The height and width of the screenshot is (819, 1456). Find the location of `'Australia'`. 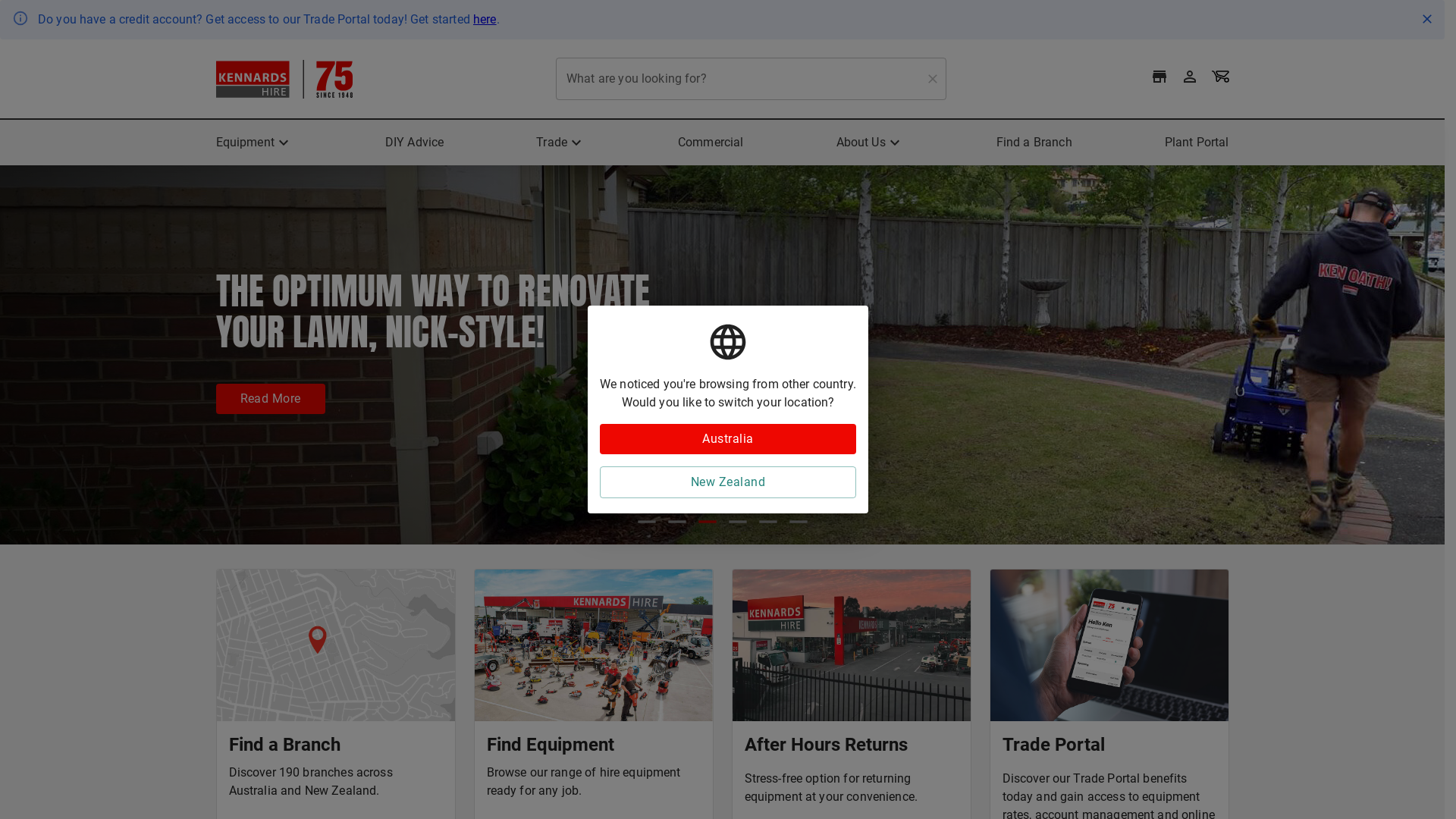

'Australia' is located at coordinates (728, 438).